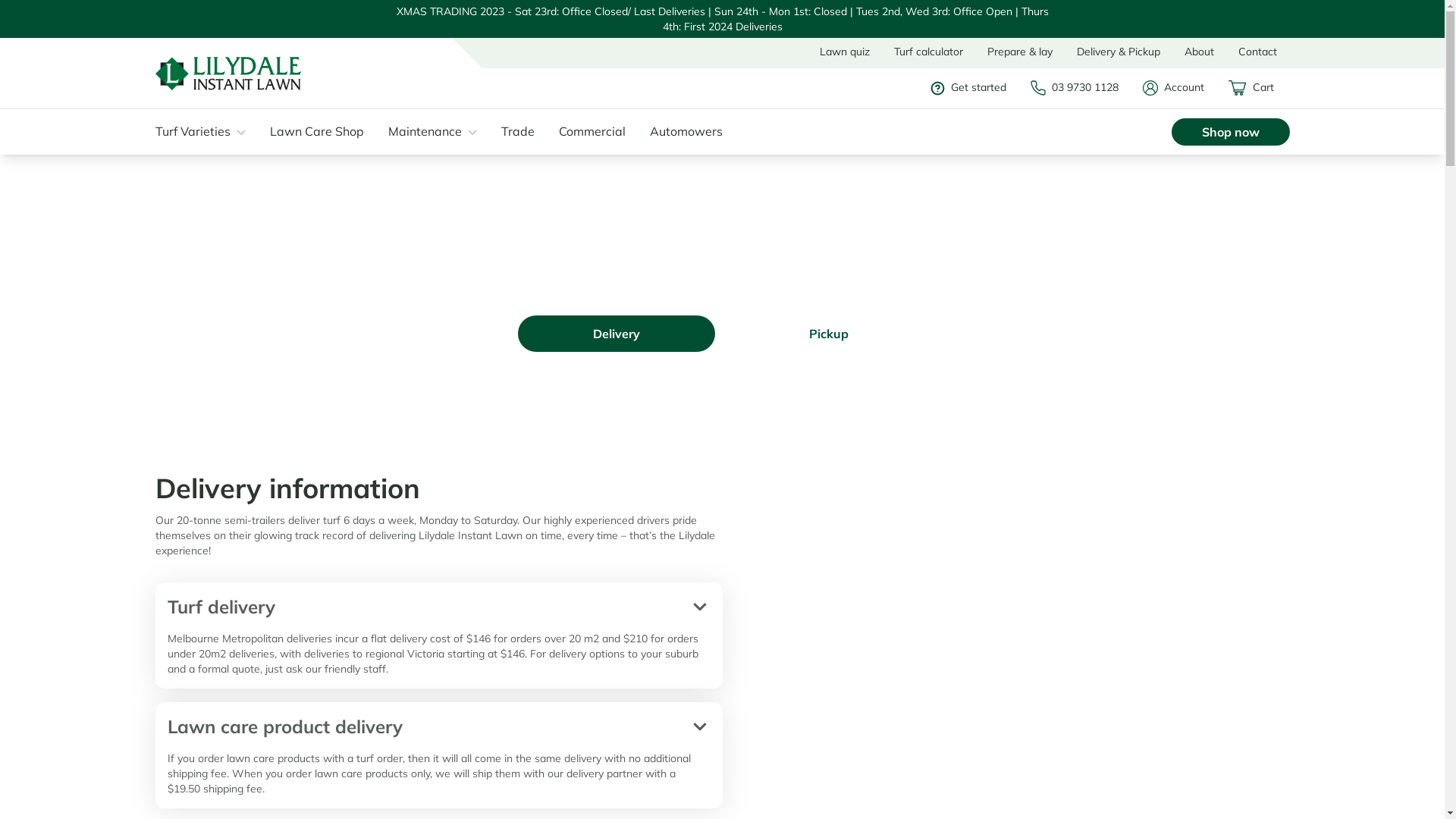 The width and height of the screenshot is (1456, 819). What do you see at coordinates (524, 130) in the screenshot?
I see `'Trade'` at bounding box center [524, 130].